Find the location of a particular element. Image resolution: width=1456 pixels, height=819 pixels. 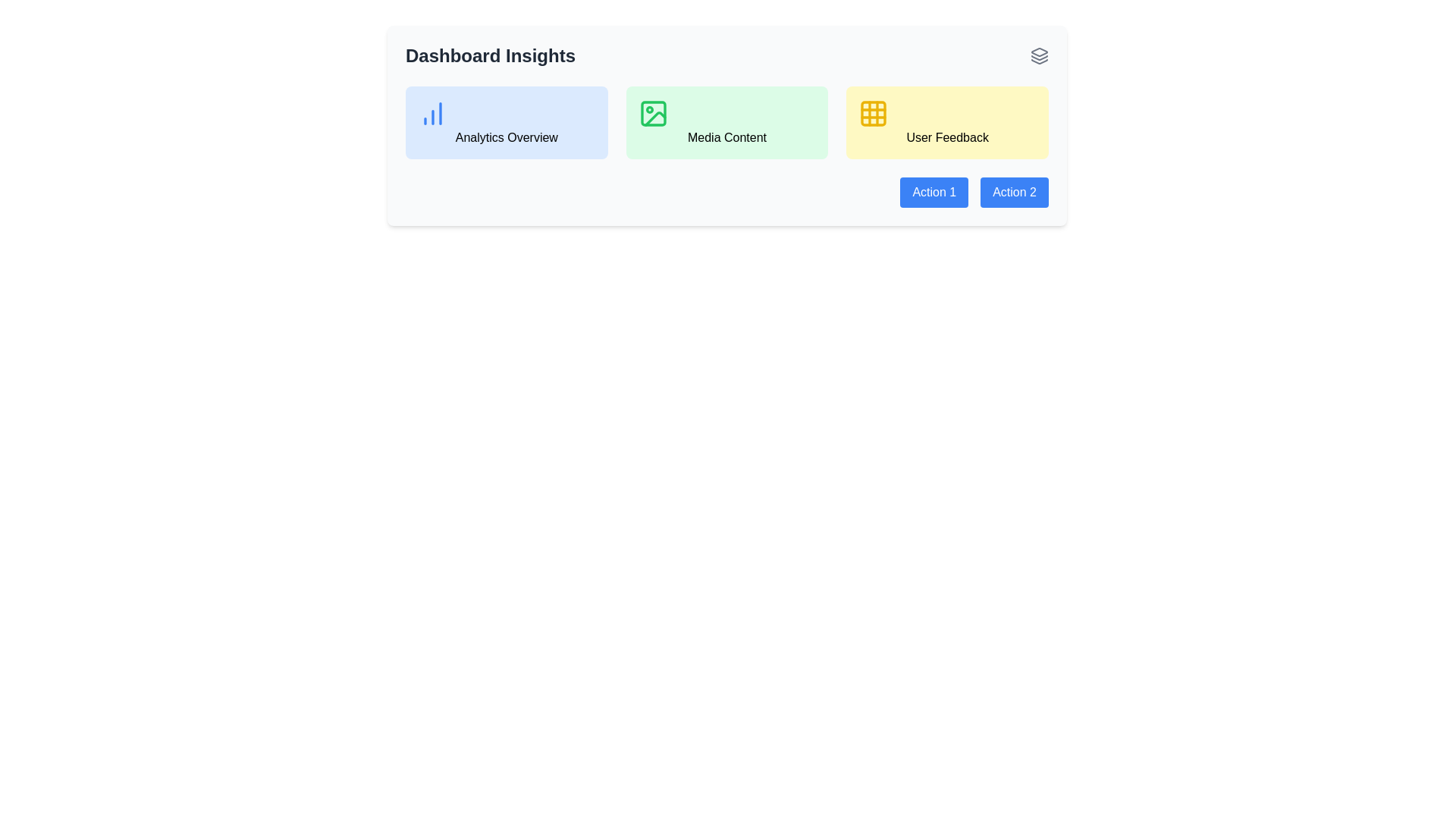

the graphical representation of a layer in the stack, which is the third segment of a composite graphical icon located in the top-right corner of the dashboard is located at coordinates (1039, 61).